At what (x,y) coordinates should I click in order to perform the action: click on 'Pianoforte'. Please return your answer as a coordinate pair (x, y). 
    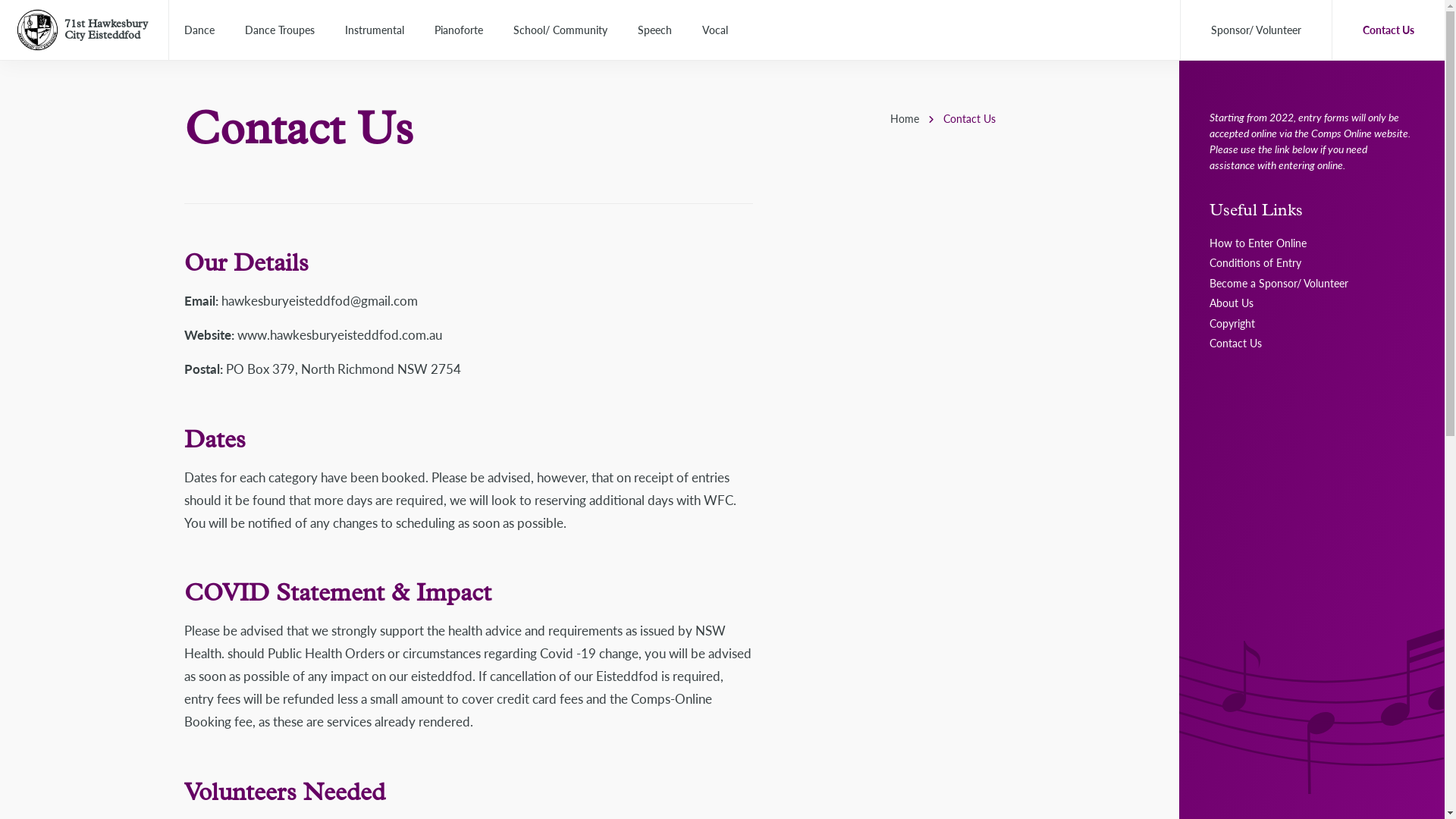
    Looking at the image, I should click on (457, 30).